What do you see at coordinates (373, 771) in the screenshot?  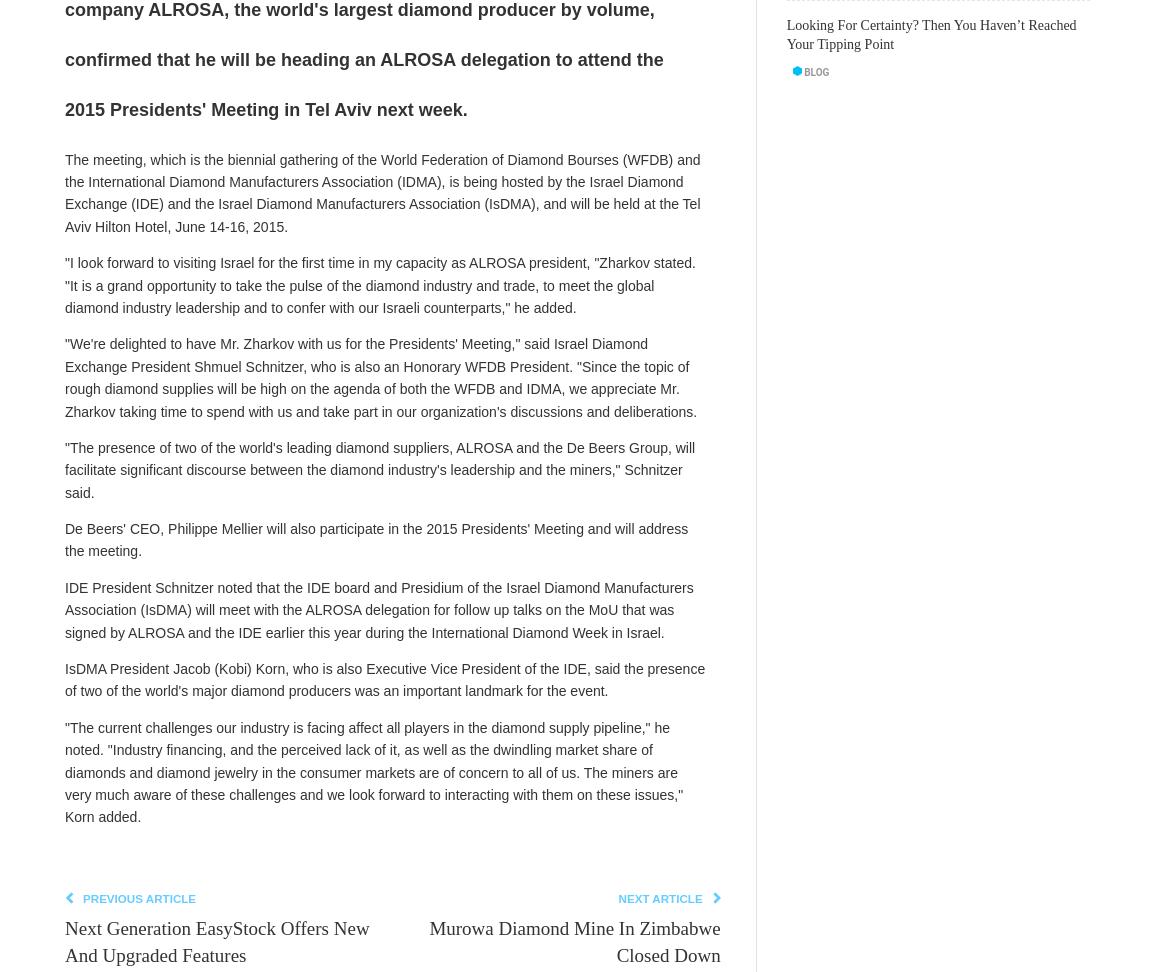 I see `'"The current challenges our industry is facing affect all players in the diamond supply pipeline," he noted. "Industry financing, and the perceived lack of it, as well as the dwindling market share of diamonds and diamond jewelry in the consumer markets are of concern to all of us. The miners are very much aware of these challenges and we look forward to interacting with them on these issues," Korn added.'` at bounding box center [373, 771].